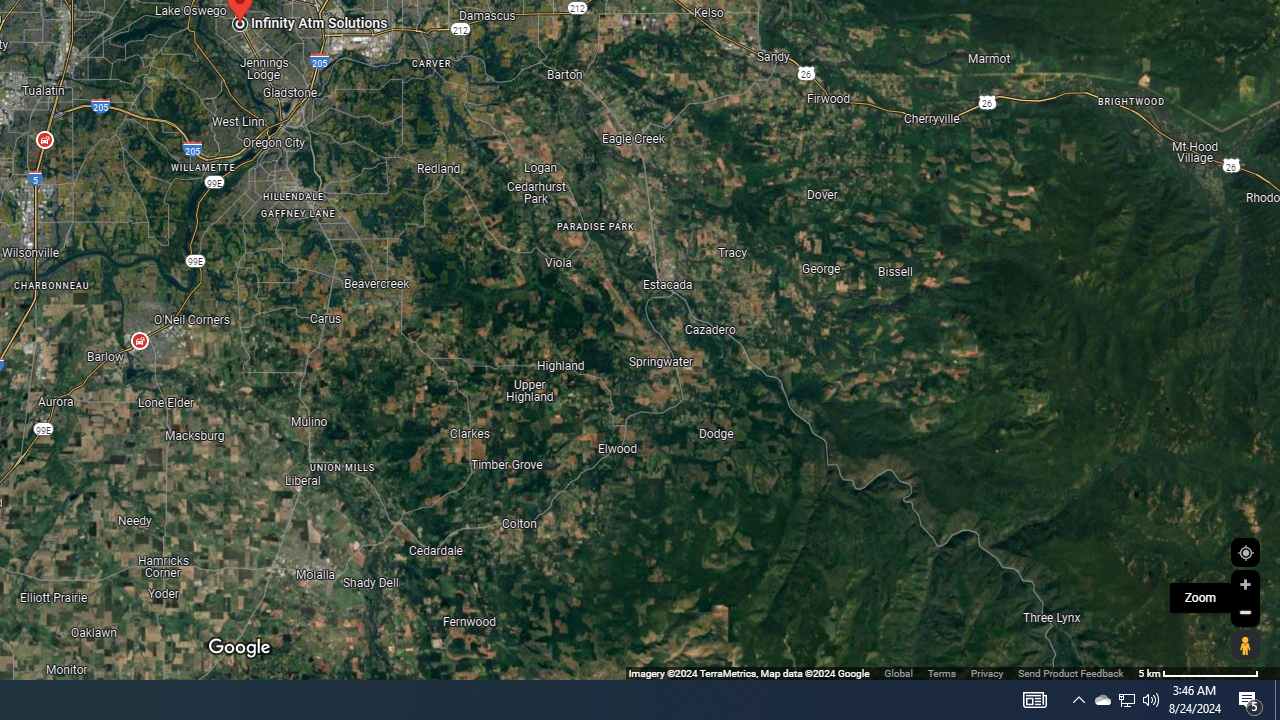 This screenshot has width=1280, height=720. I want to click on 'Global', so click(897, 673).